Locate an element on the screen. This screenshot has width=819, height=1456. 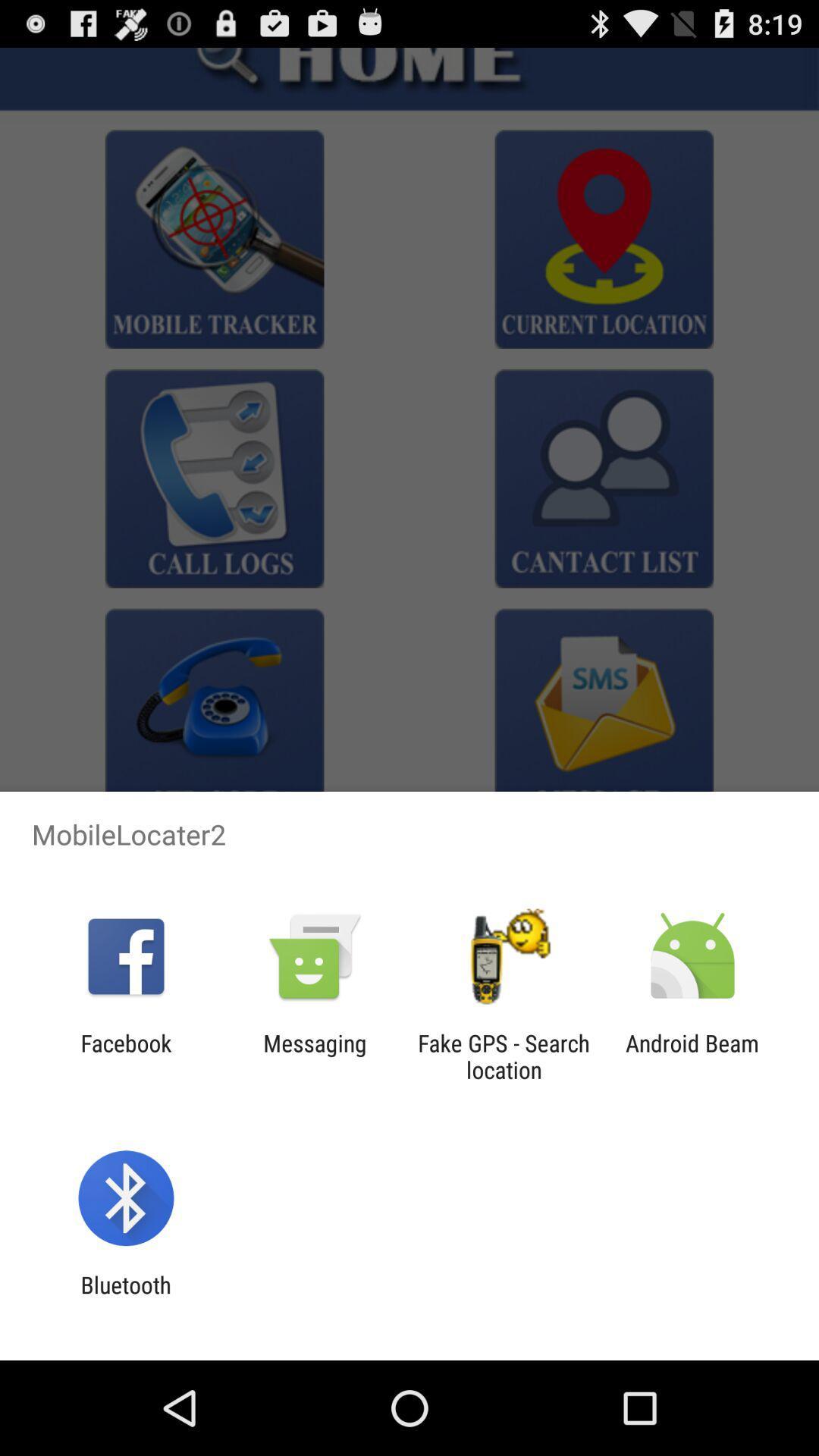
messaging app is located at coordinates (314, 1056).